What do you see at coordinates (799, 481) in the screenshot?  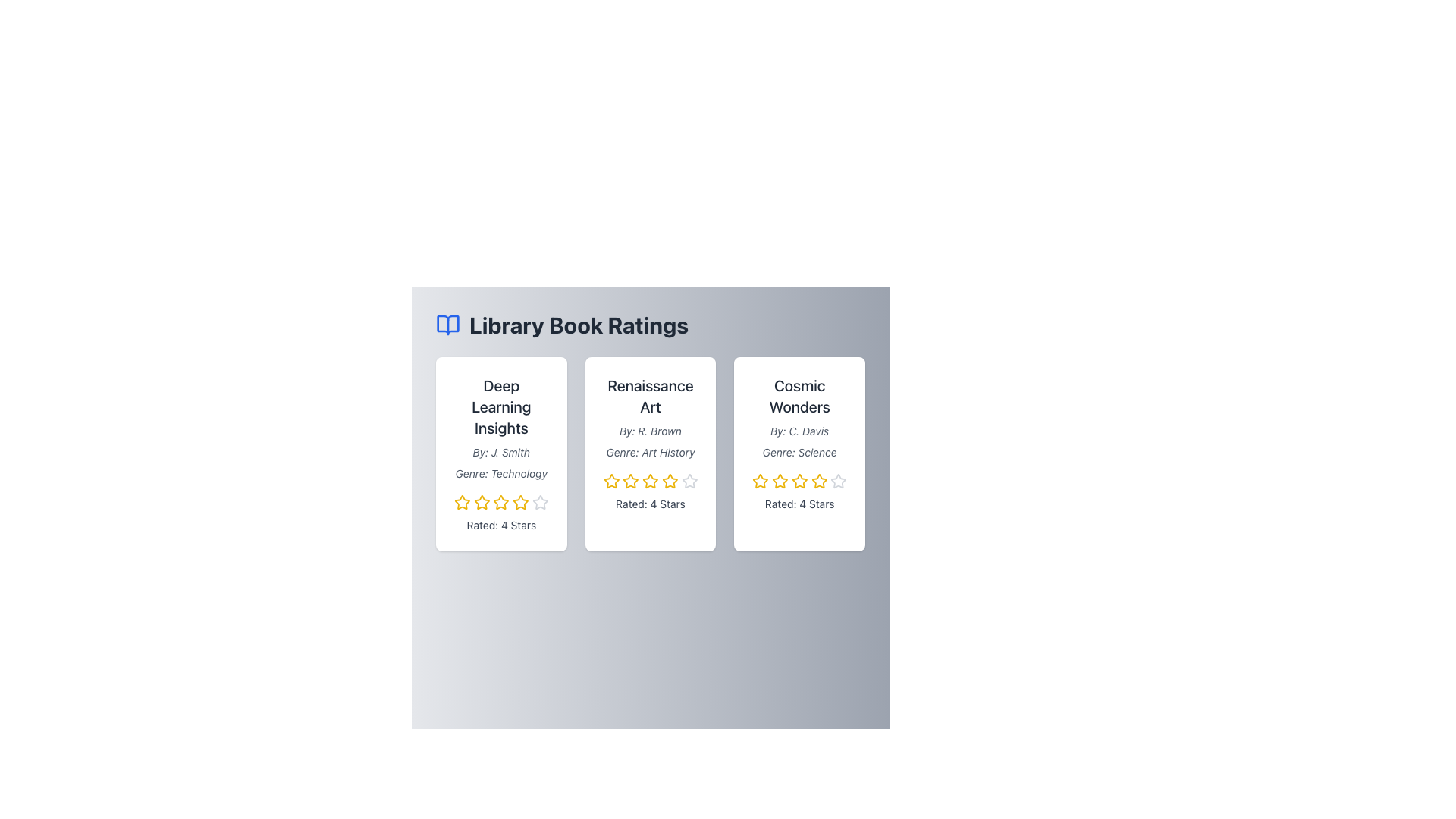 I see `the third star icon with a yellow outer border in the rating system for the 'Cosmic Wonders' item` at bounding box center [799, 481].